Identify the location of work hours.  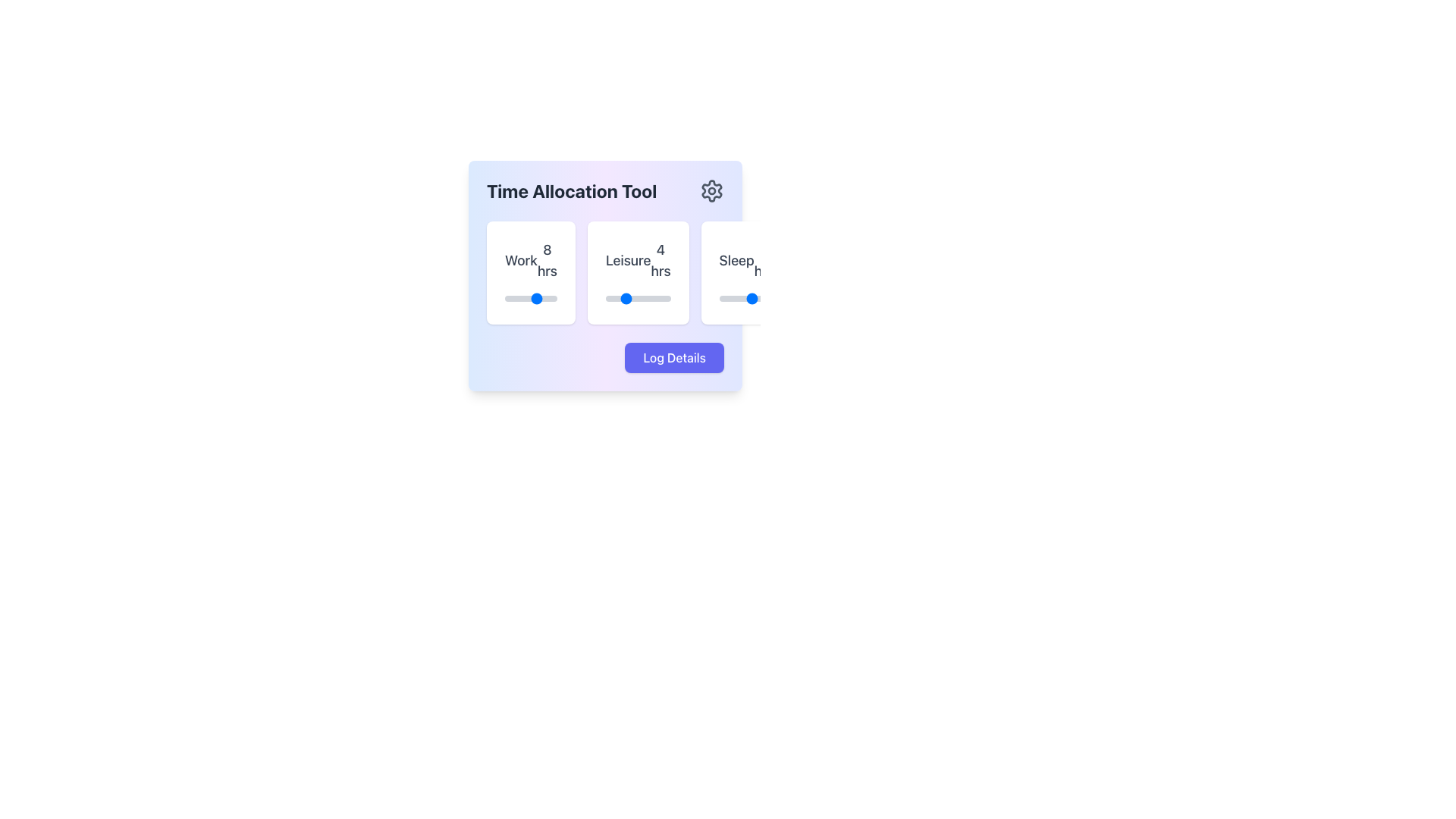
(533, 298).